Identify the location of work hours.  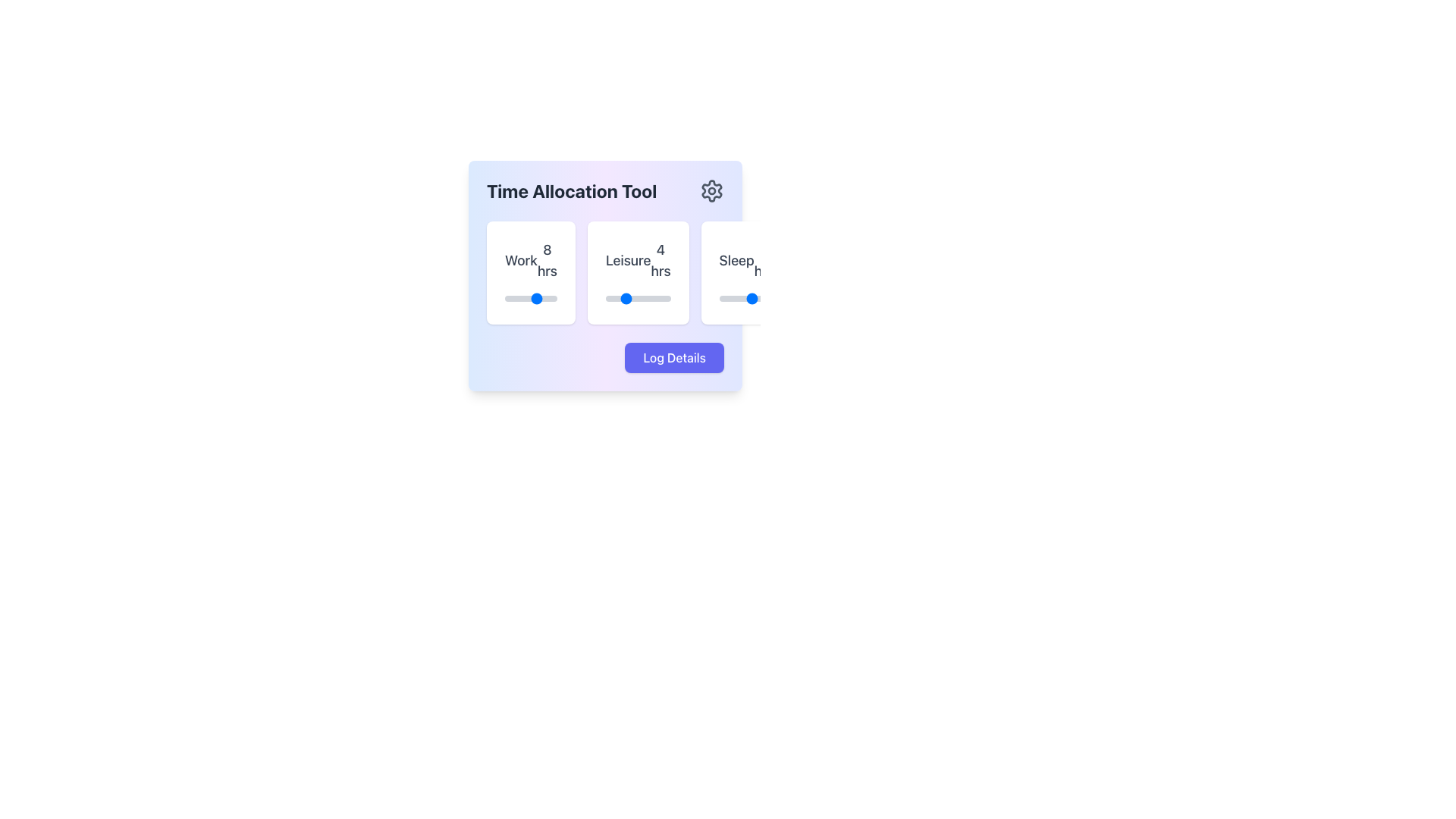
(533, 298).